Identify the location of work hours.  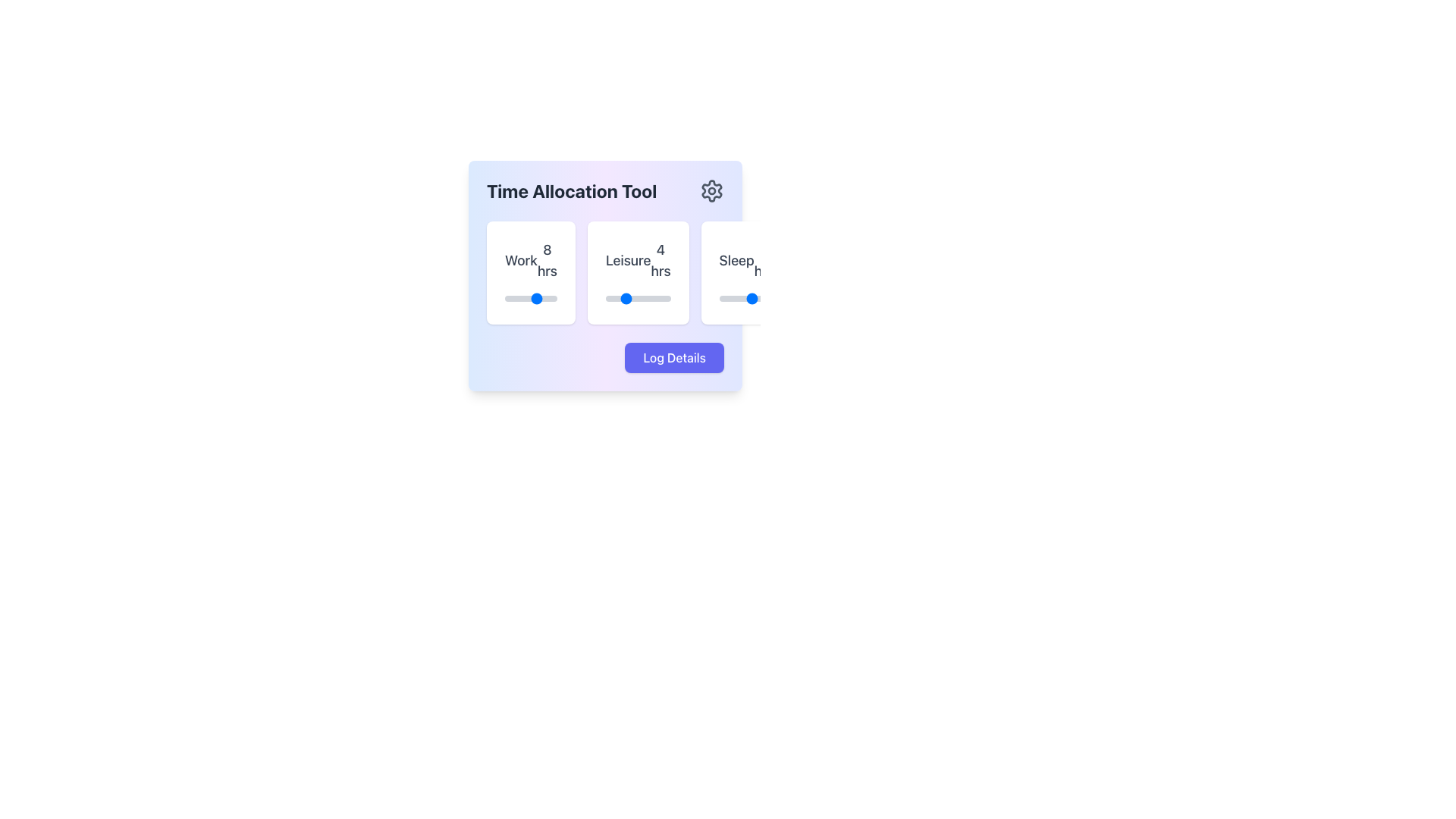
(533, 298).